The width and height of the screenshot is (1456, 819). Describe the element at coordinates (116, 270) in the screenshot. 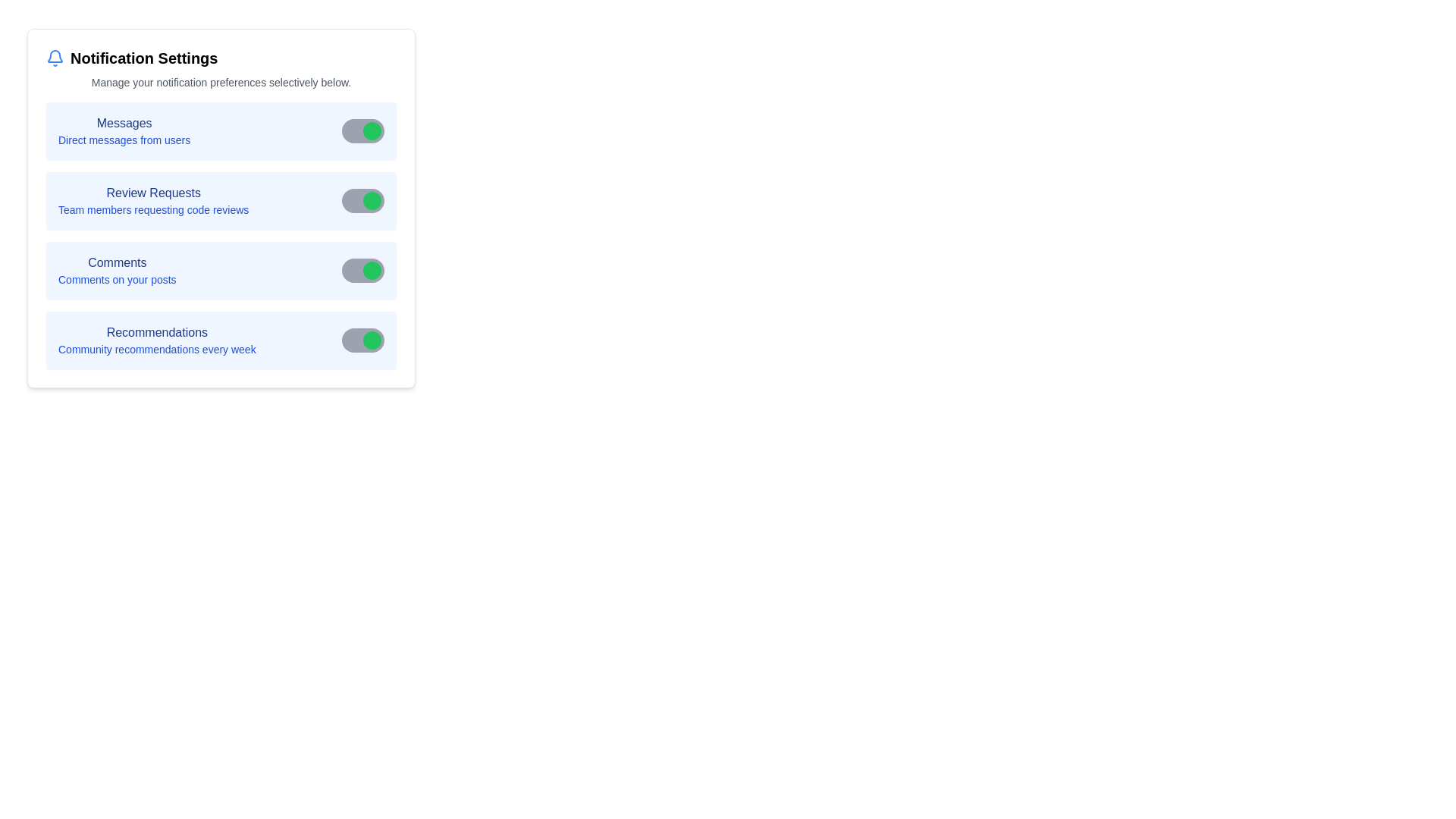

I see `descriptive label for the notification preference related to comments on user posts, which is located as the third item in the notification settings card` at that location.